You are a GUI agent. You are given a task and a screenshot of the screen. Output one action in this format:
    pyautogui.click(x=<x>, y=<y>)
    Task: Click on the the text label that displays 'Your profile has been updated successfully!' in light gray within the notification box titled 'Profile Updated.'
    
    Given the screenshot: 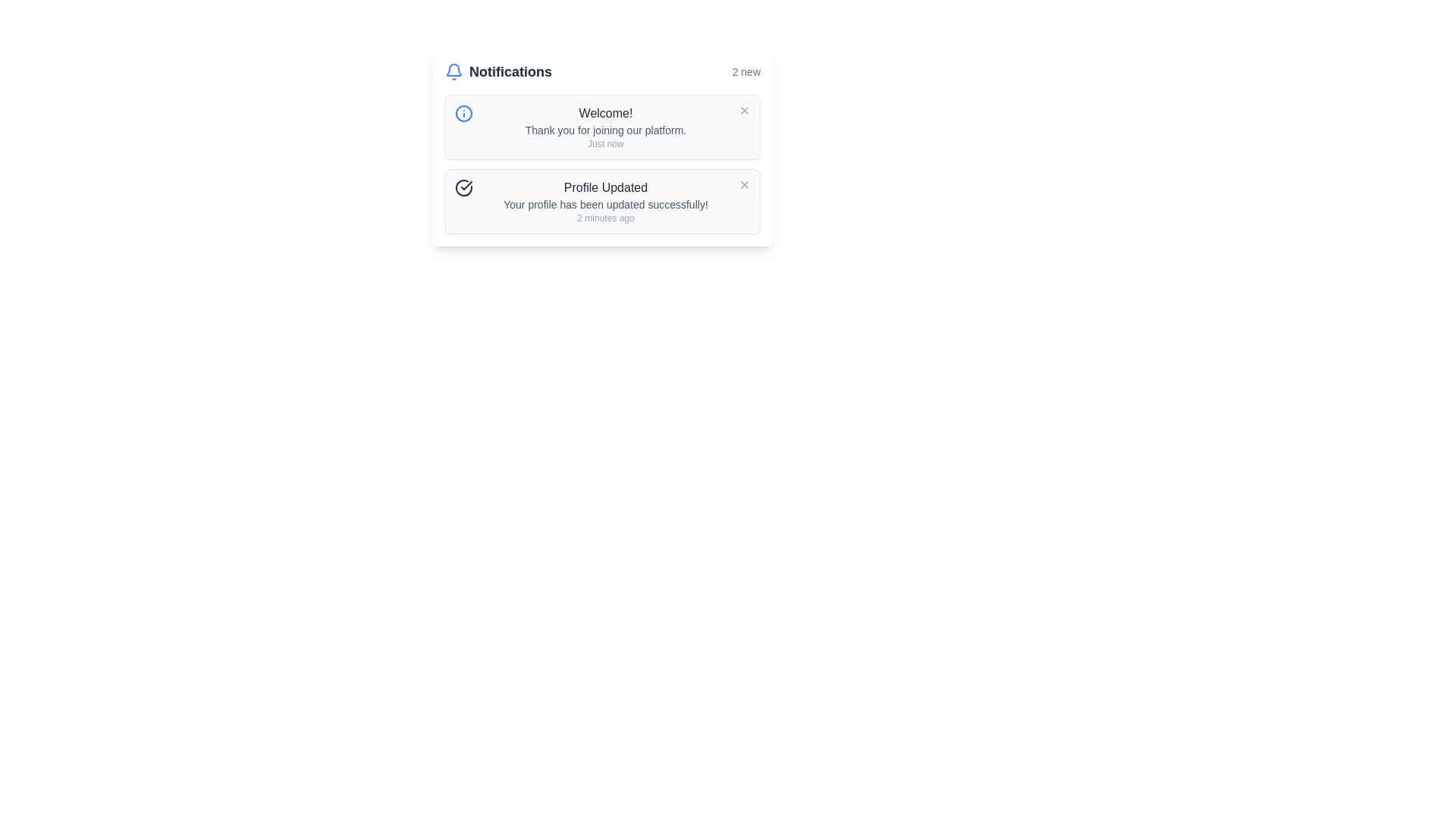 What is the action you would take?
    pyautogui.click(x=604, y=205)
    